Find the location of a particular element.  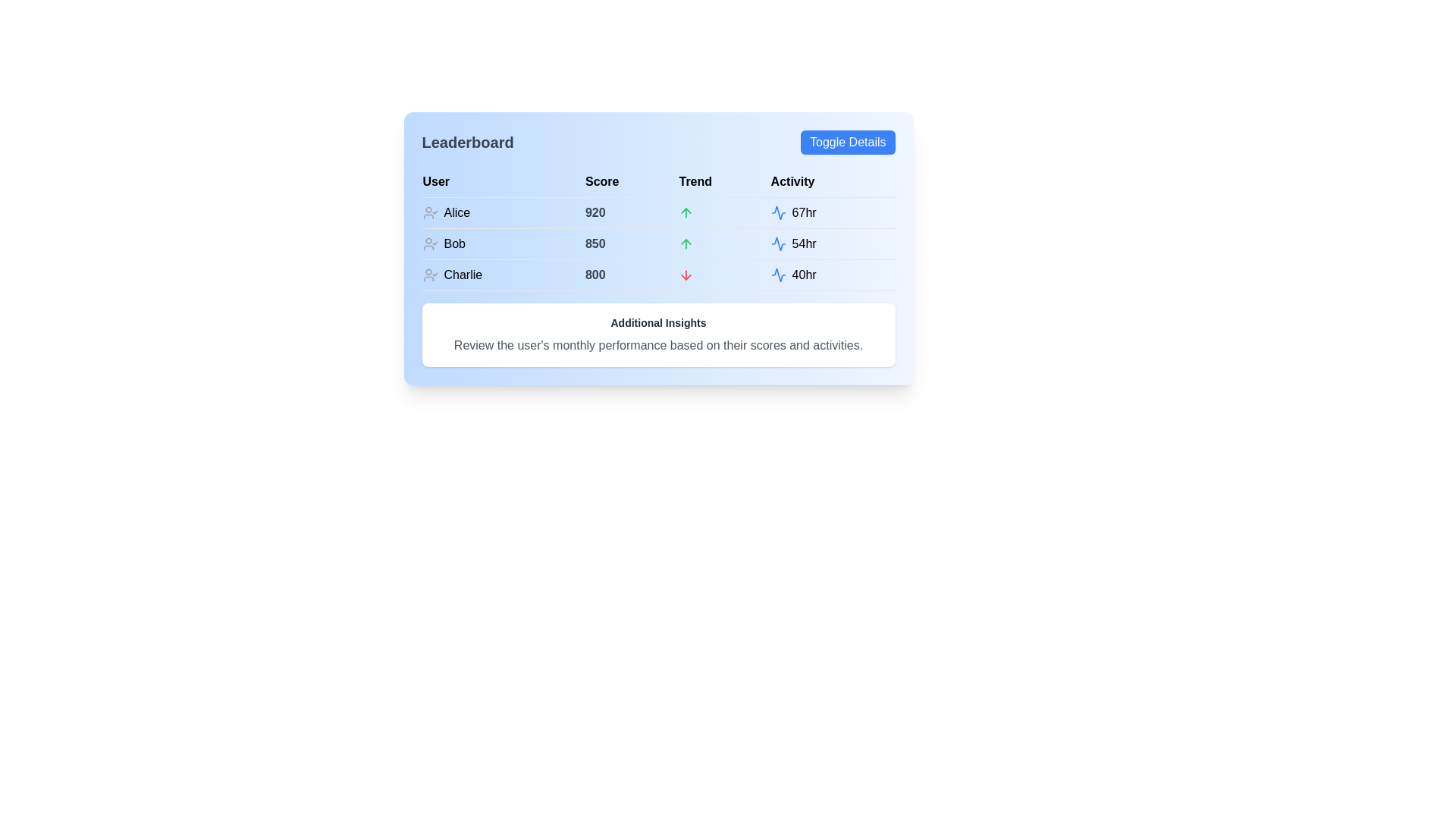

the 'Leaderboard' text label element, which is styled with bold, extra-large gray font on a light blue background, located at the top-left corner of the UI section is located at coordinates (467, 143).